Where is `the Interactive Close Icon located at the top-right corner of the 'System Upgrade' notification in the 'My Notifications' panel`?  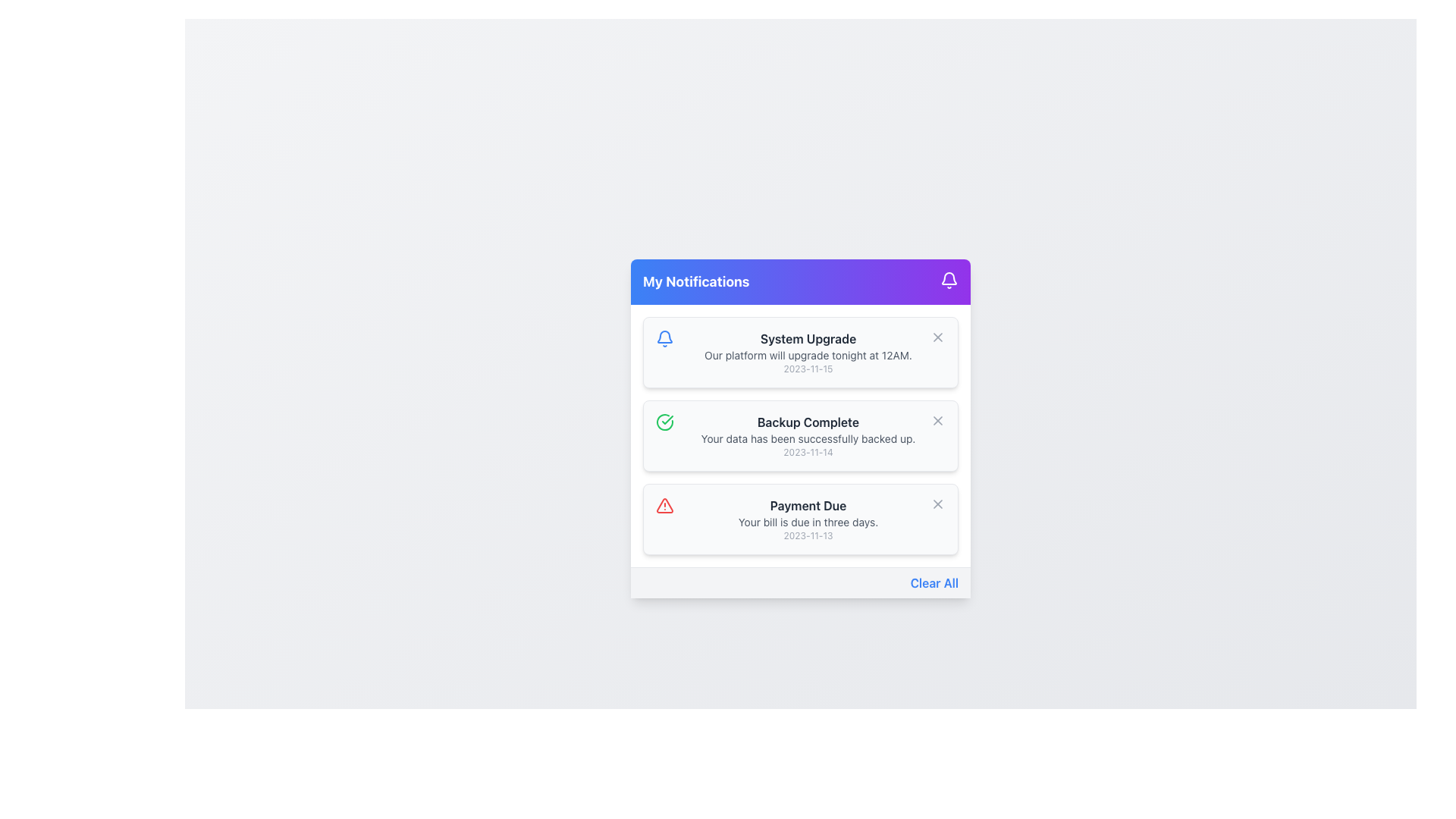 the Interactive Close Icon located at the top-right corner of the 'System Upgrade' notification in the 'My Notifications' panel is located at coordinates (937, 335).